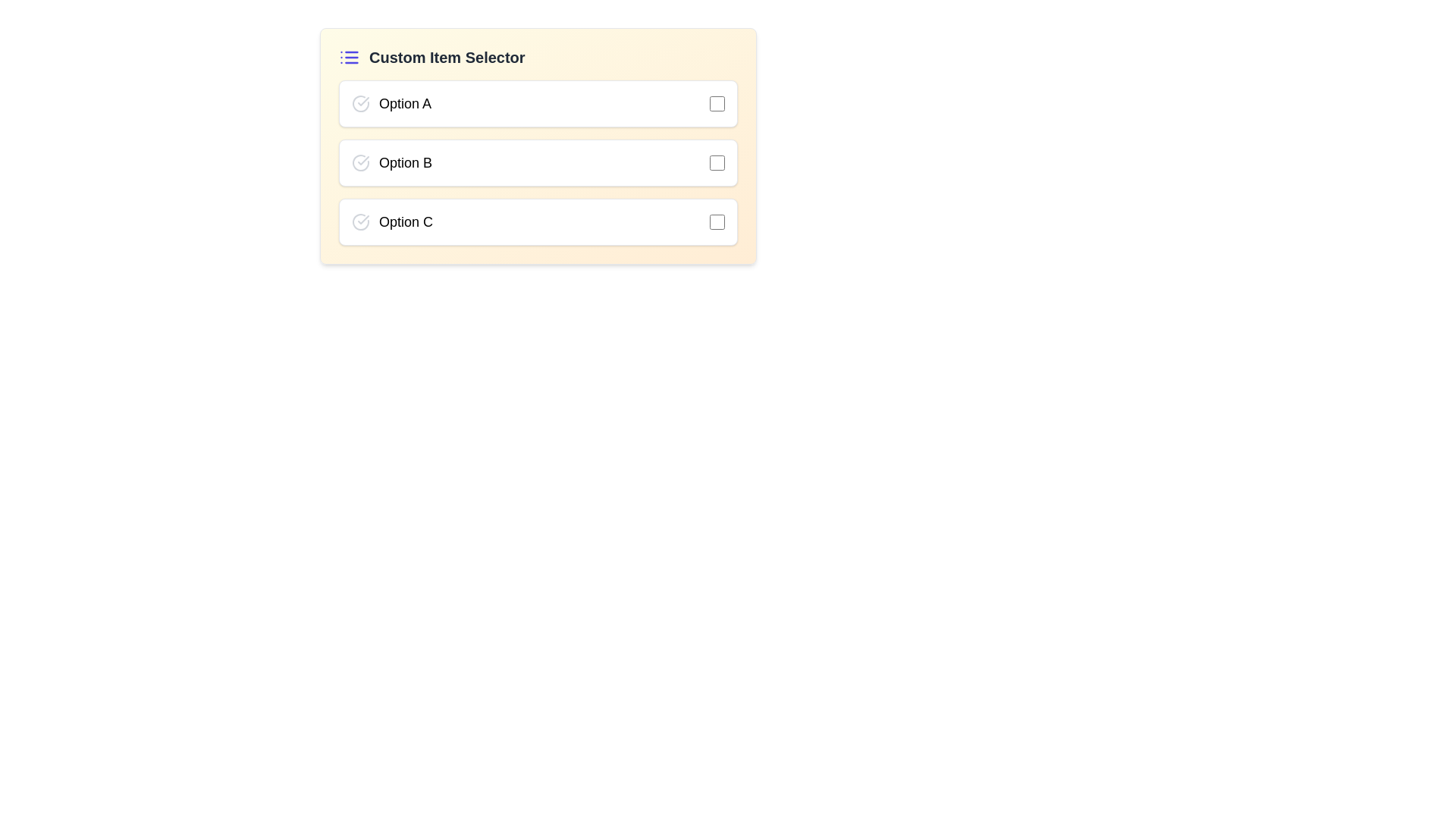 The width and height of the screenshot is (1456, 819). What do you see at coordinates (348, 57) in the screenshot?
I see `the visual state of the indigo-colored list symbol icon located at the top-left corner of the 'Custom Item Selector' section, immediately to the left of the title text` at bounding box center [348, 57].